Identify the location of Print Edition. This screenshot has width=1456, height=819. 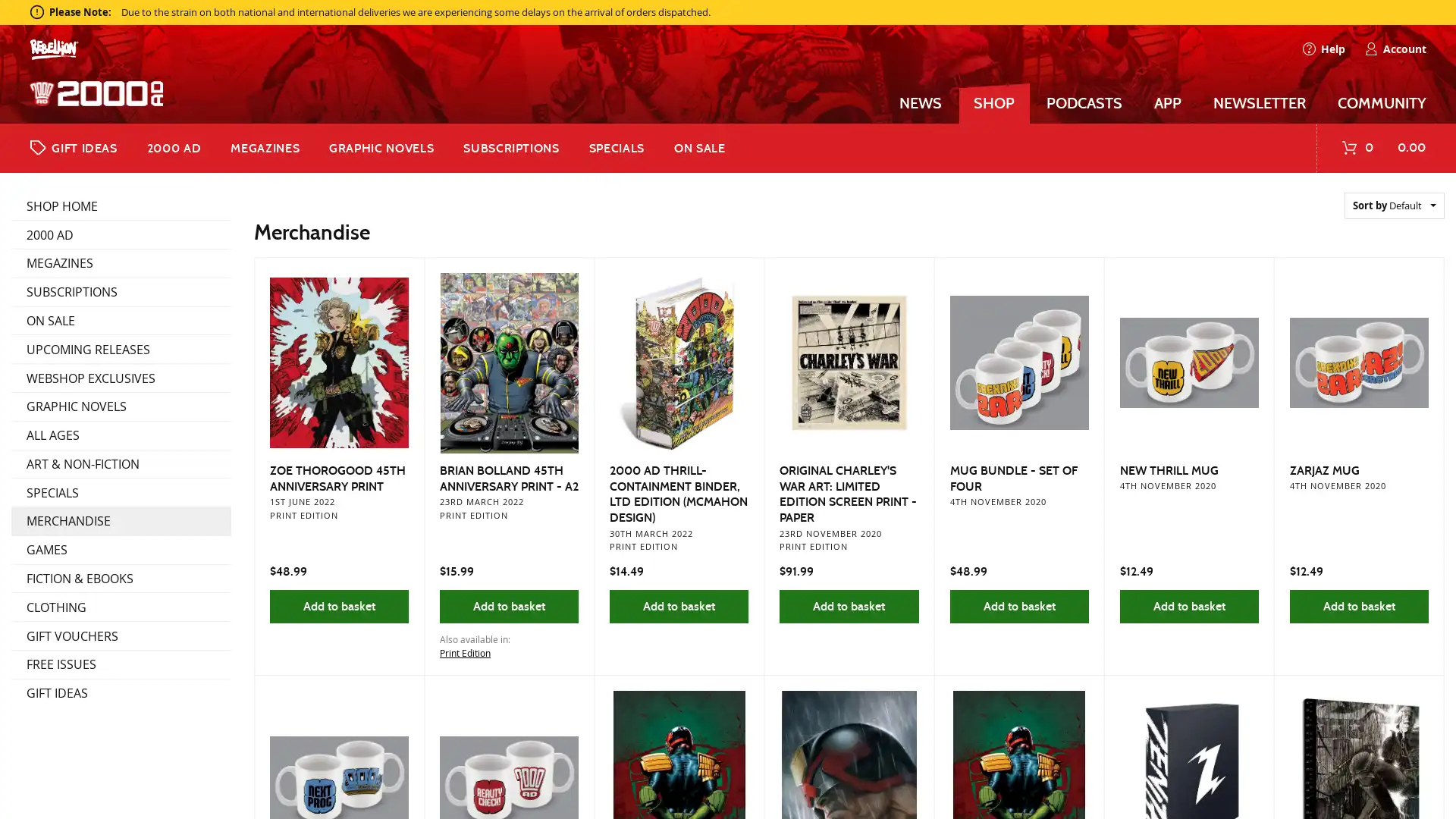
(464, 651).